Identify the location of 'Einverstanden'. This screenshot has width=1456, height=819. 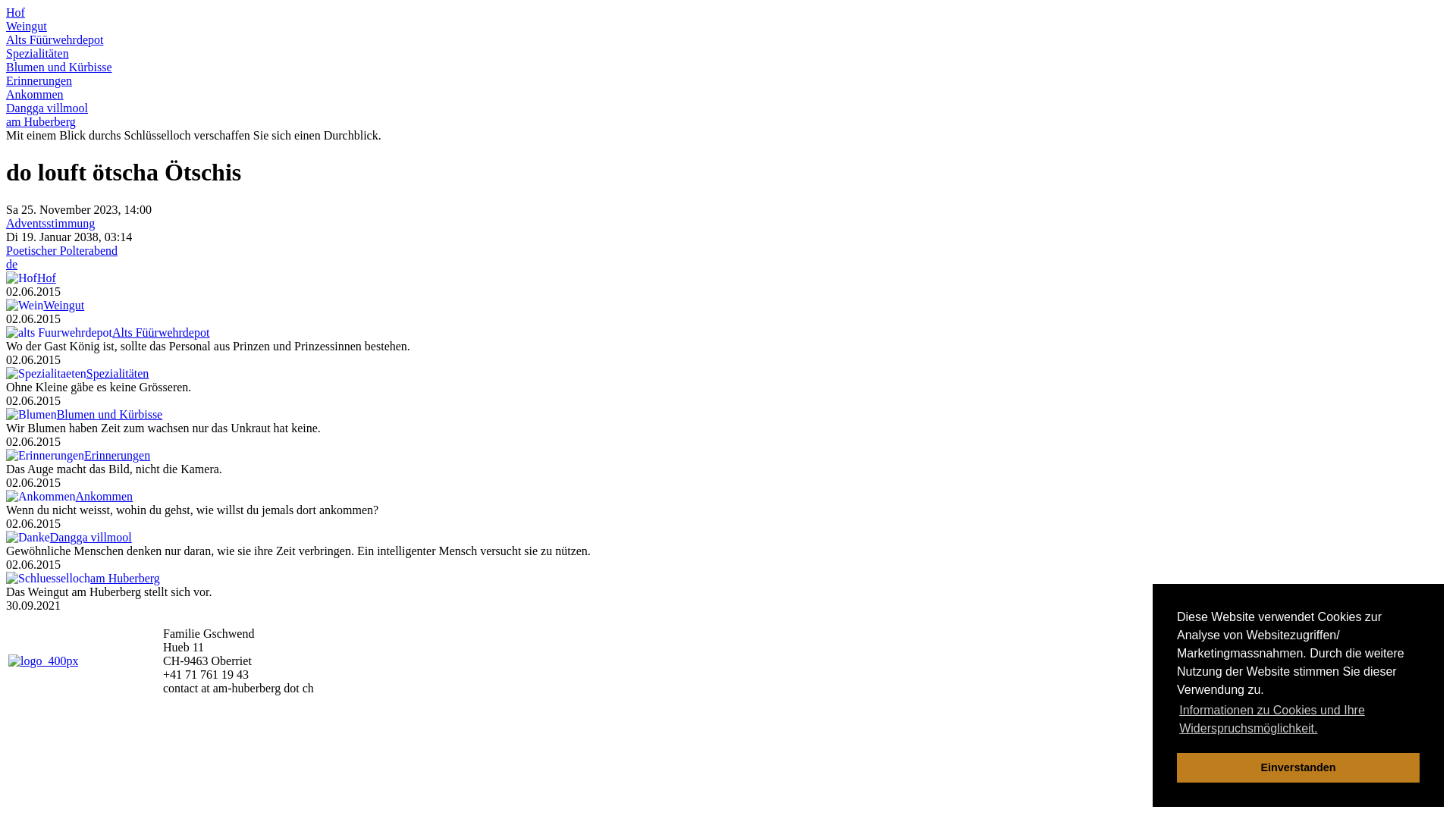
(1298, 767).